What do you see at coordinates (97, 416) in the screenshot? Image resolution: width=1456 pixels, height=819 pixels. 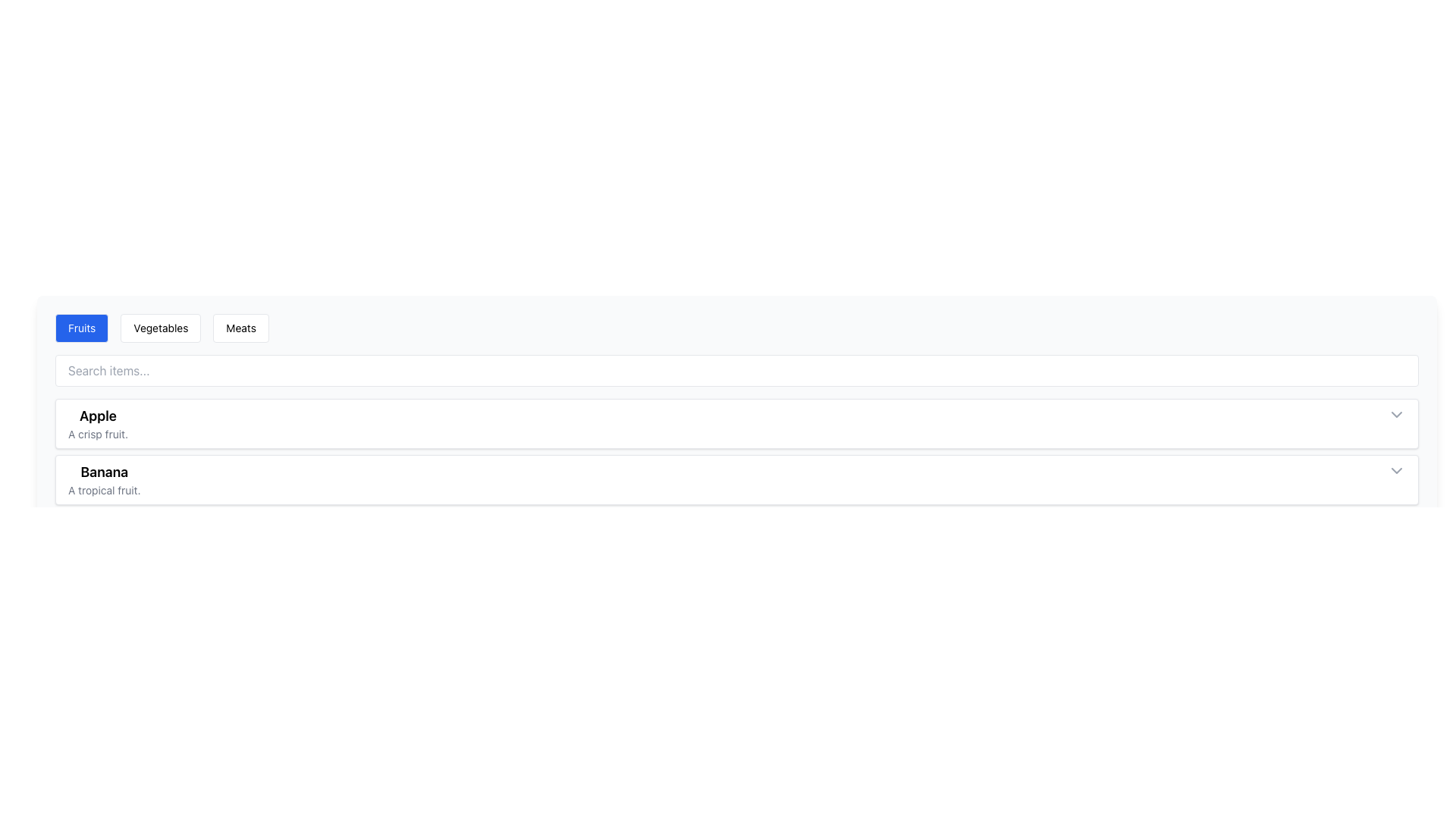 I see `the text label displaying 'Apple'` at bounding box center [97, 416].